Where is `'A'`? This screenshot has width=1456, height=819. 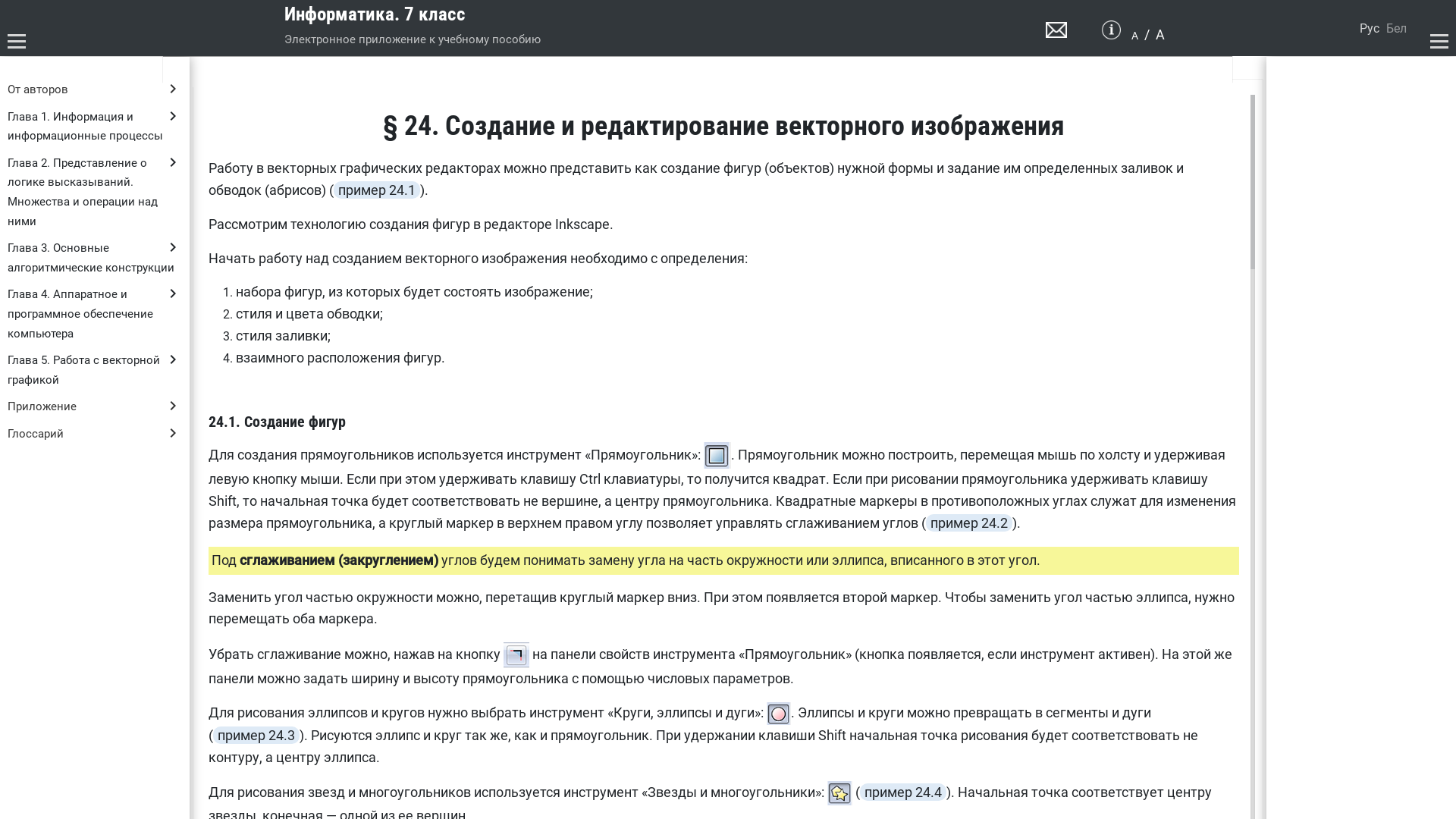 'A' is located at coordinates (1134, 34).